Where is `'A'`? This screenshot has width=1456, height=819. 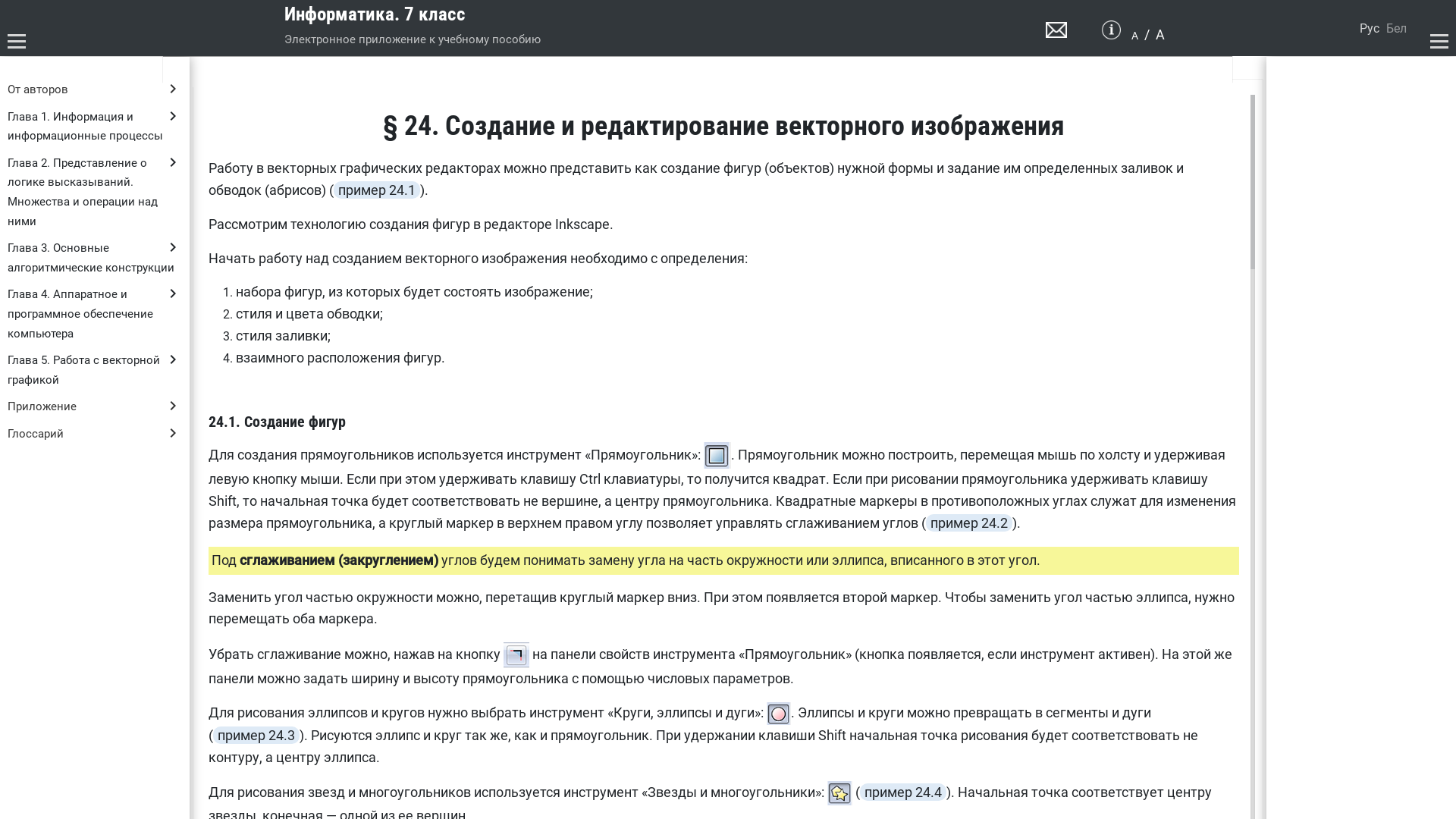 'A' is located at coordinates (1134, 34).